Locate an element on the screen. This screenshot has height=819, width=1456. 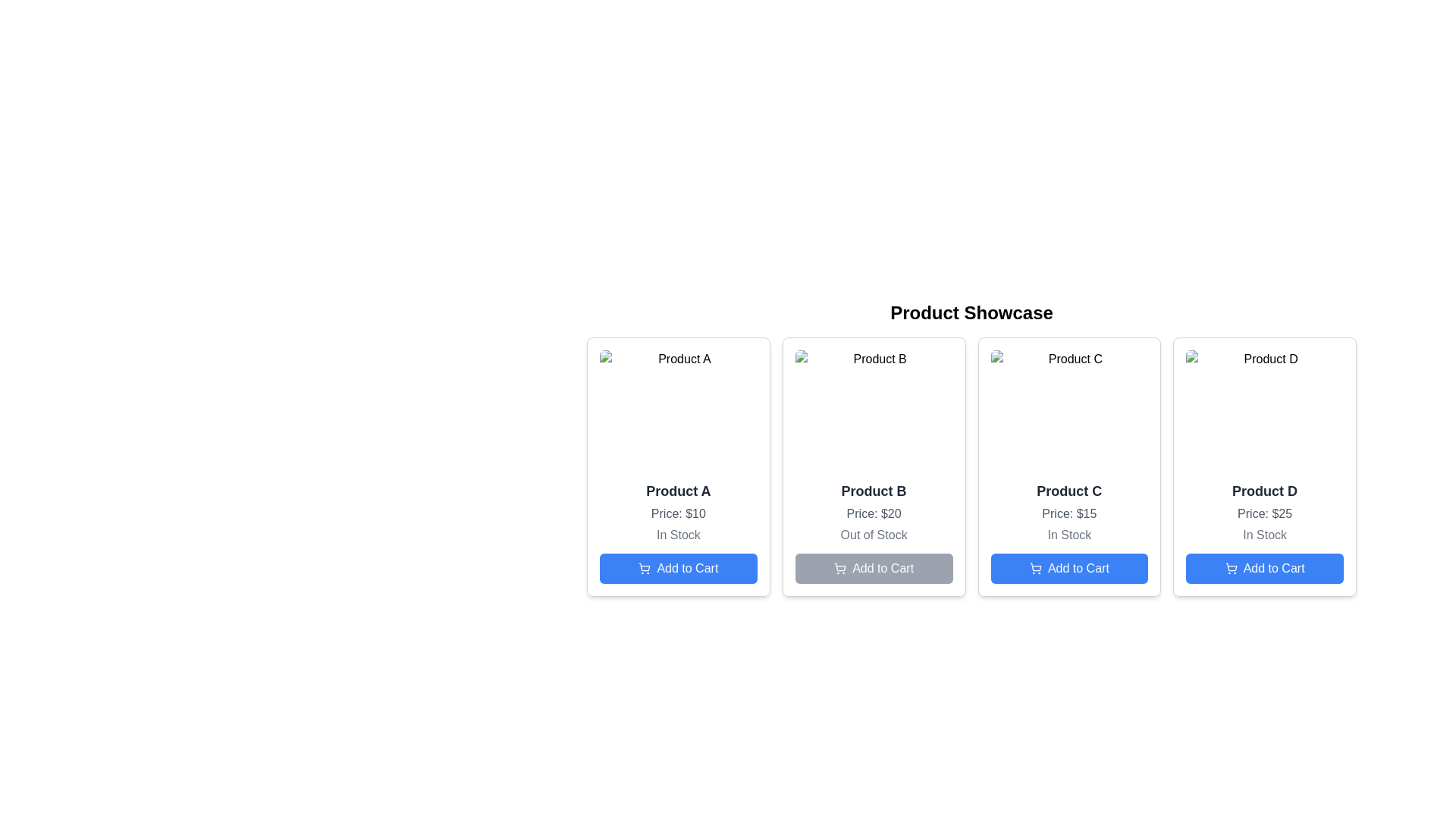
the gray text that indicates the price of 'Product A', which states 'Price: $10', located beneath the item title and above the stock information is located at coordinates (677, 513).